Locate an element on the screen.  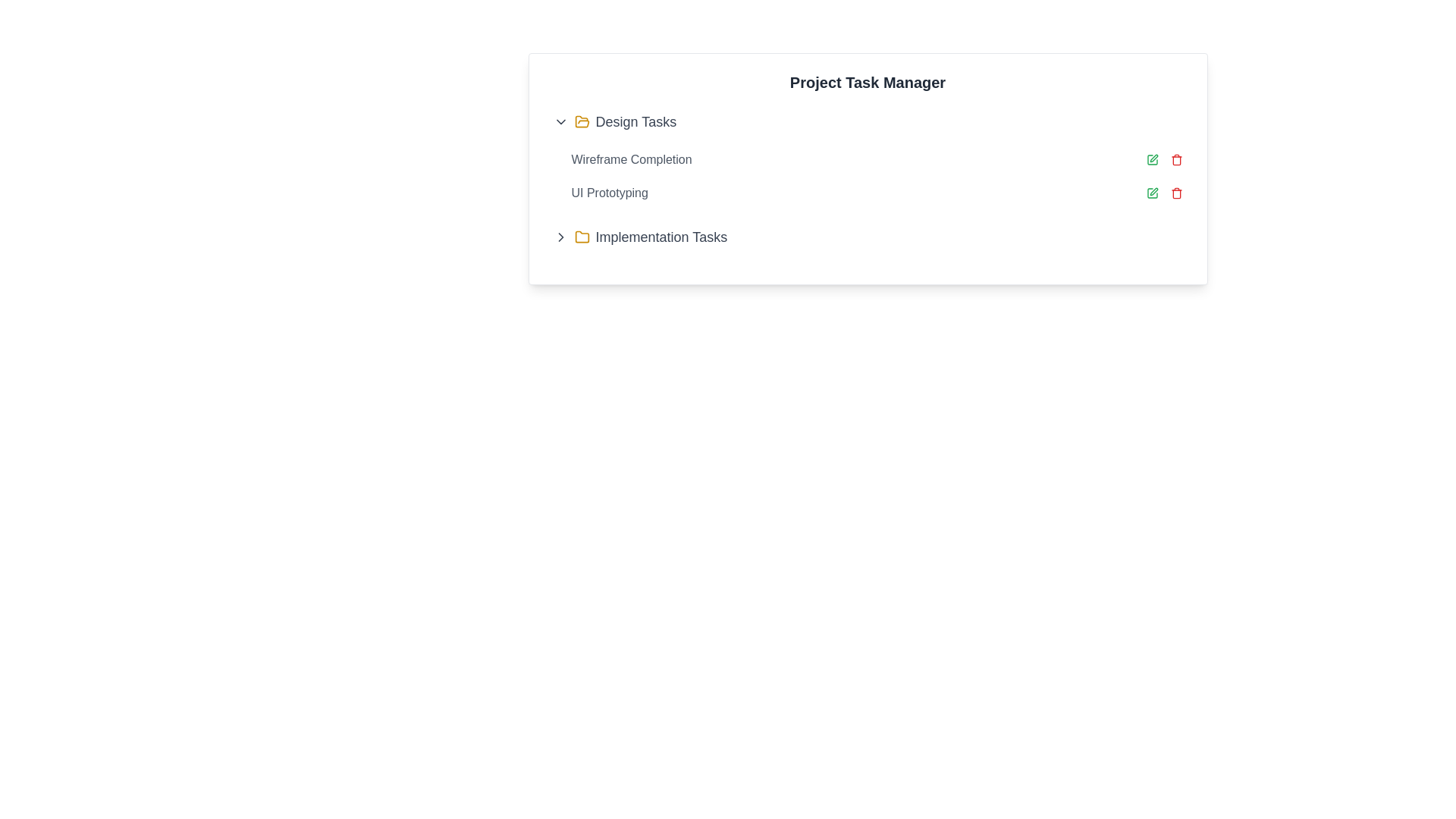
the 'Design Tasks' text label is located at coordinates (635, 121).